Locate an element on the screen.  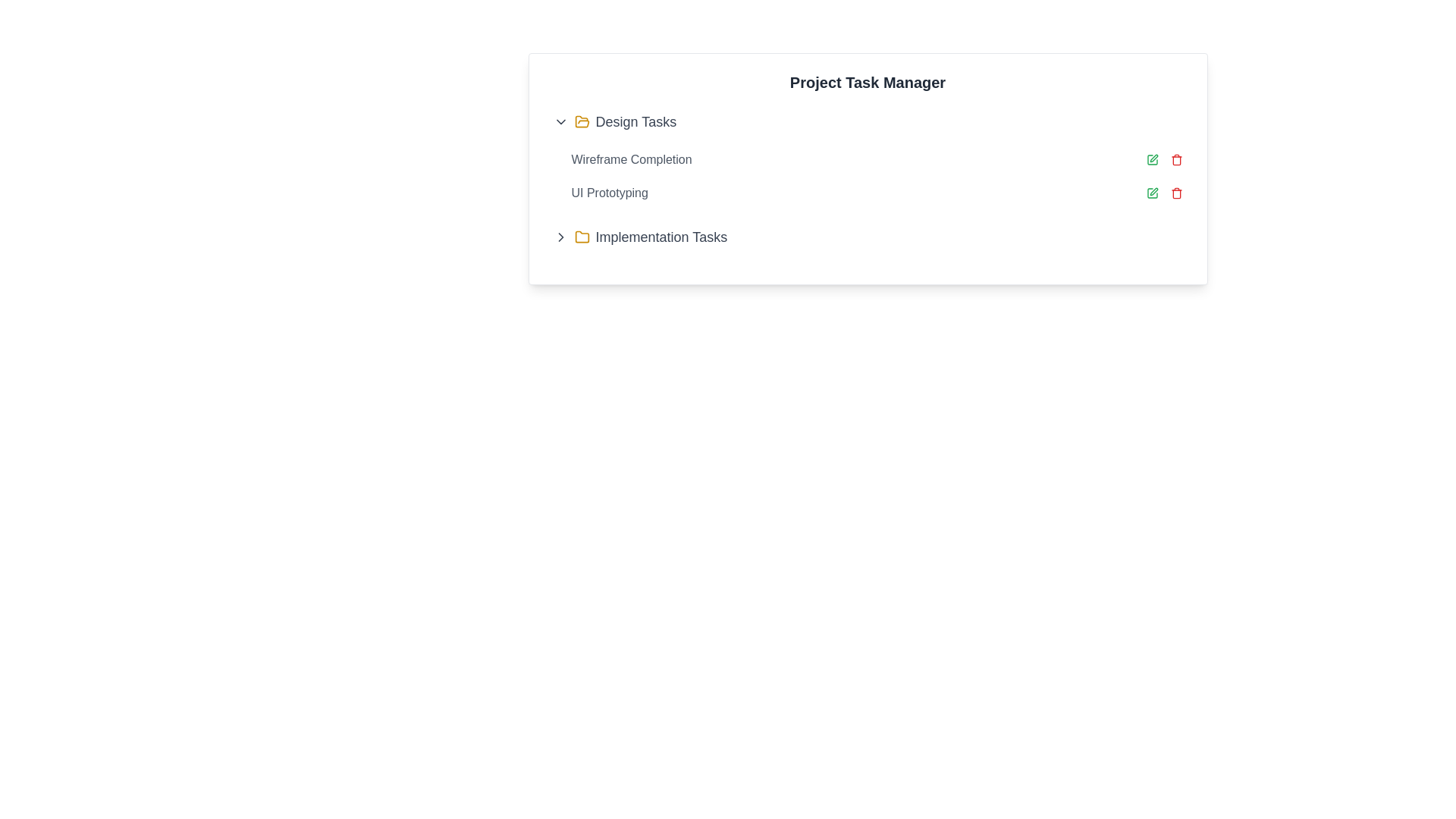
the 'Design Tasks' text label is located at coordinates (635, 121).